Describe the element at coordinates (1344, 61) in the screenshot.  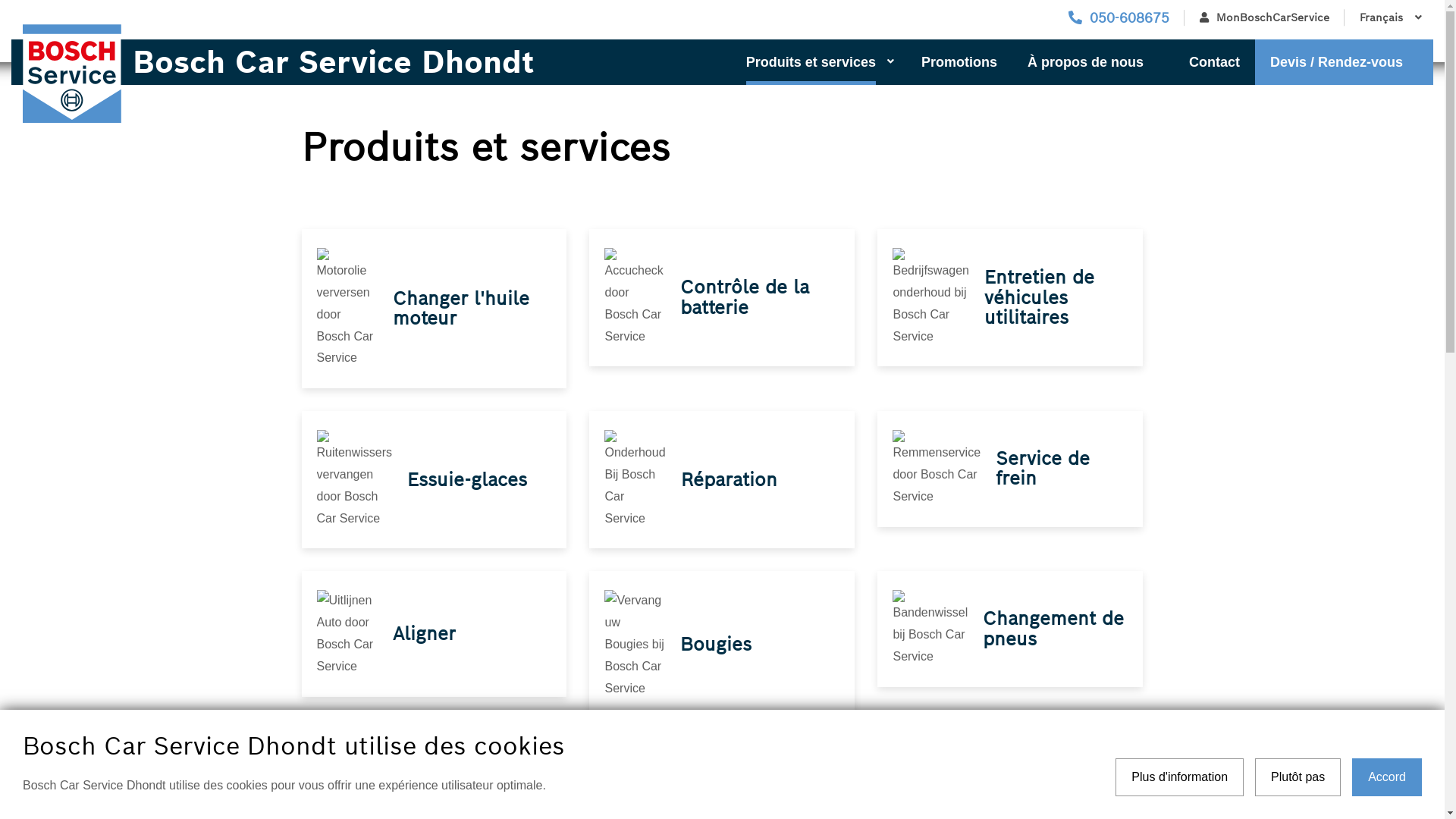
I see `'Devis / Rendez-vous'` at that location.